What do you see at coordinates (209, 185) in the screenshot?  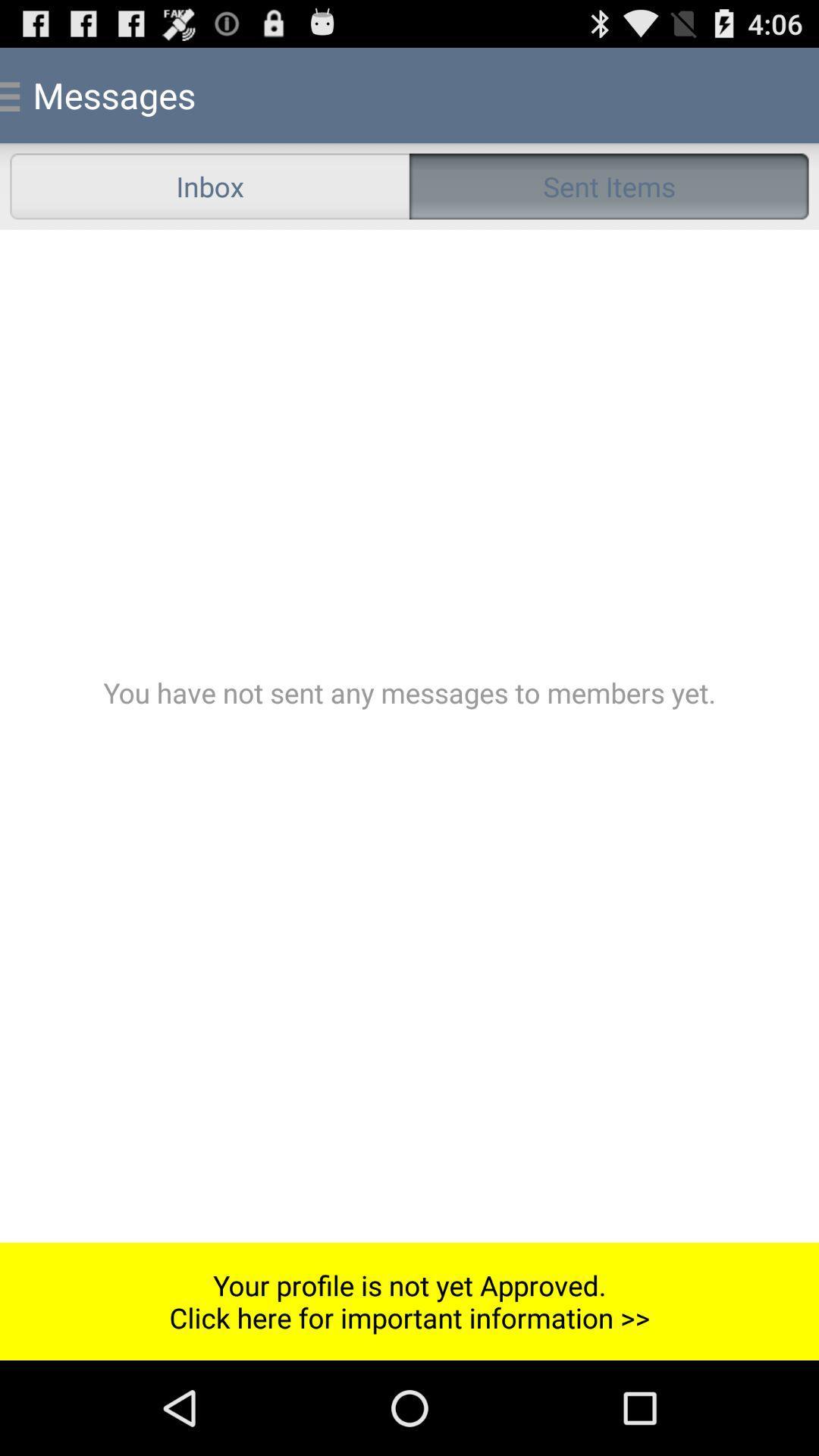 I see `inbox` at bounding box center [209, 185].